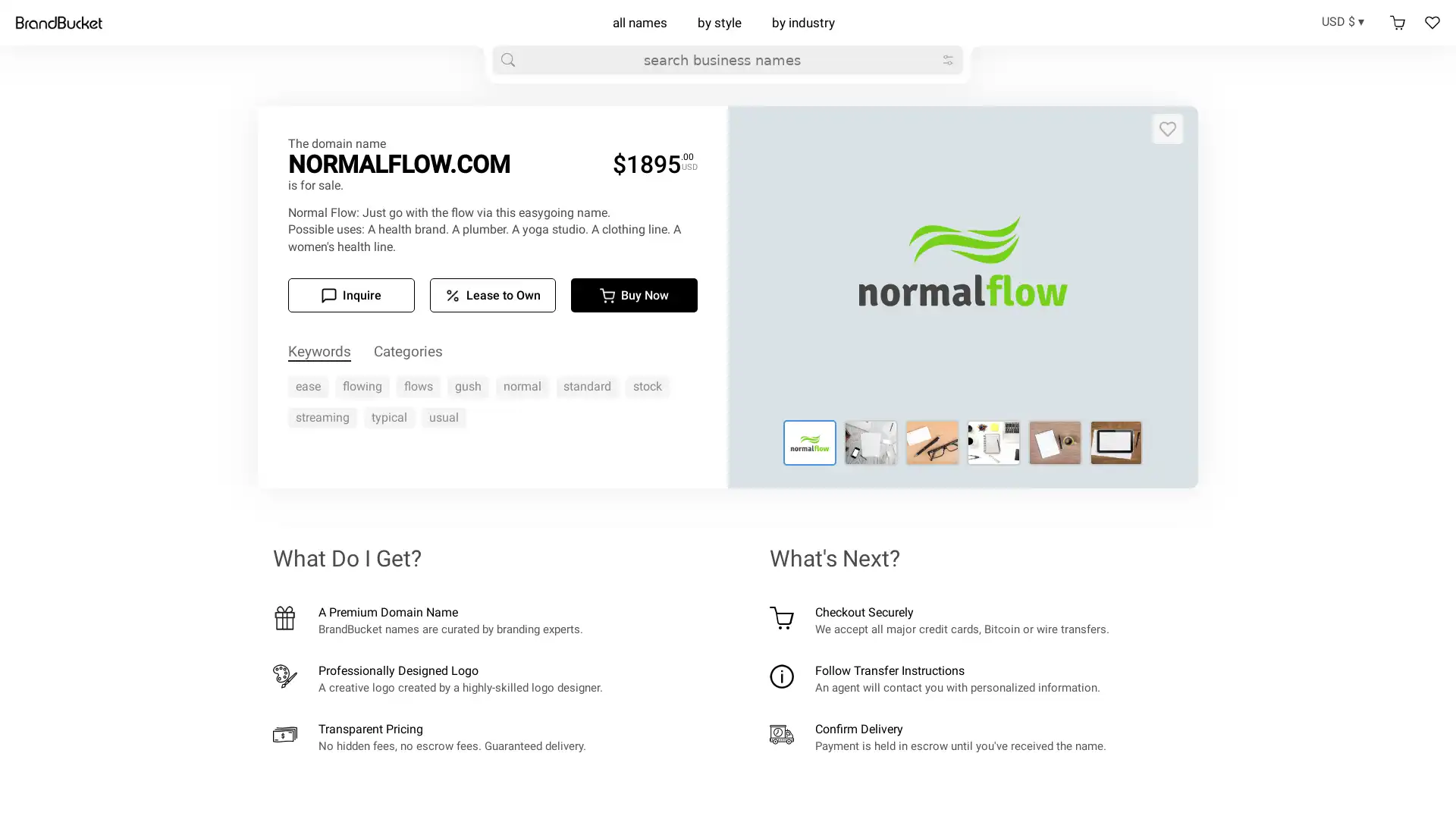 The width and height of the screenshot is (1456, 819). What do you see at coordinates (1397, 23) in the screenshot?
I see `Shopping cart Shopping cart` at bounding box center [1397, 23].